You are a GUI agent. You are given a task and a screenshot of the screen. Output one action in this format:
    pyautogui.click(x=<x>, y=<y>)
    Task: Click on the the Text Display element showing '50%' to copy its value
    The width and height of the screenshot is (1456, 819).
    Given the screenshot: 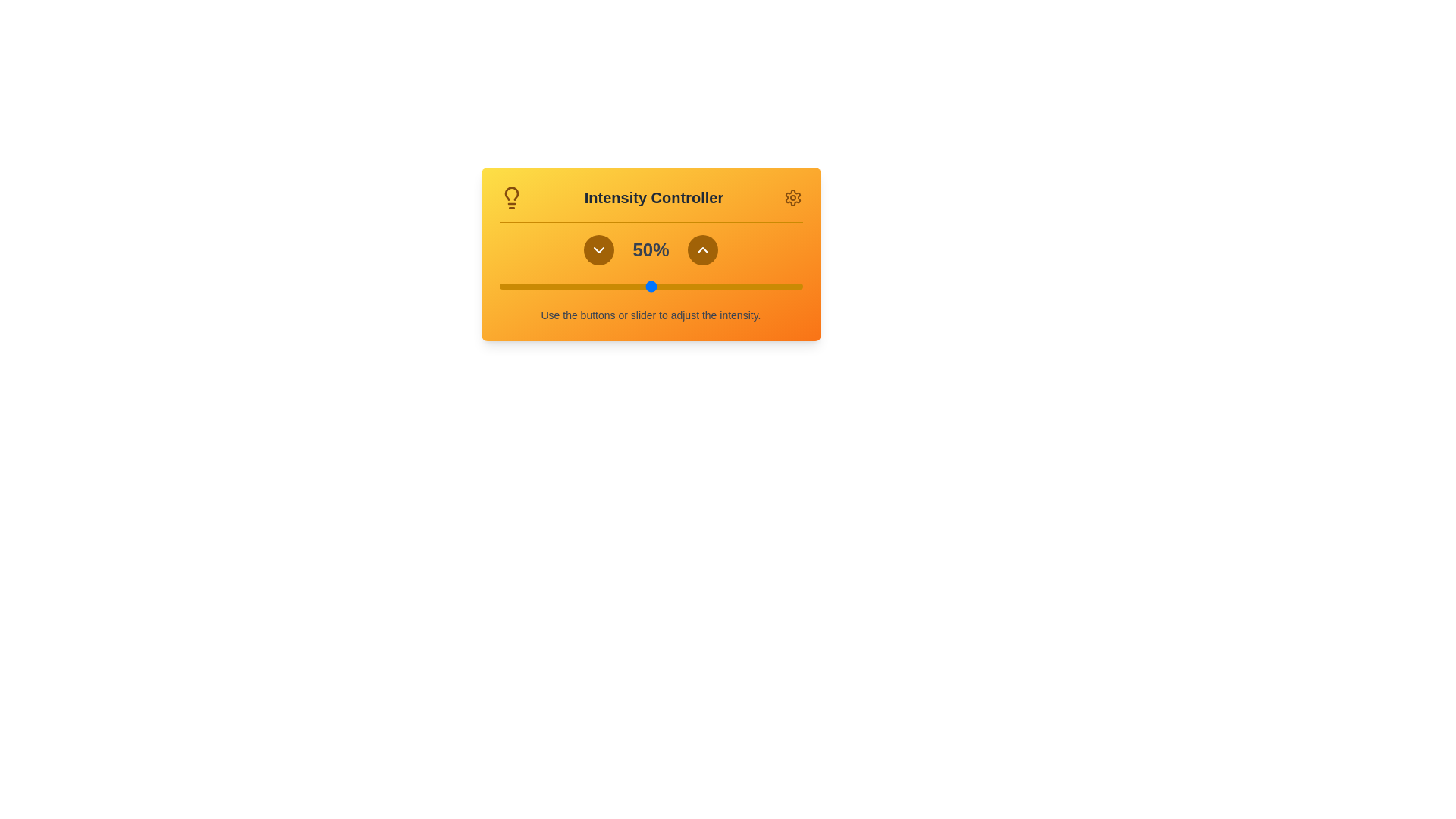 What is the action you would take?
    pyautogui.click(x=651, y=249)
    